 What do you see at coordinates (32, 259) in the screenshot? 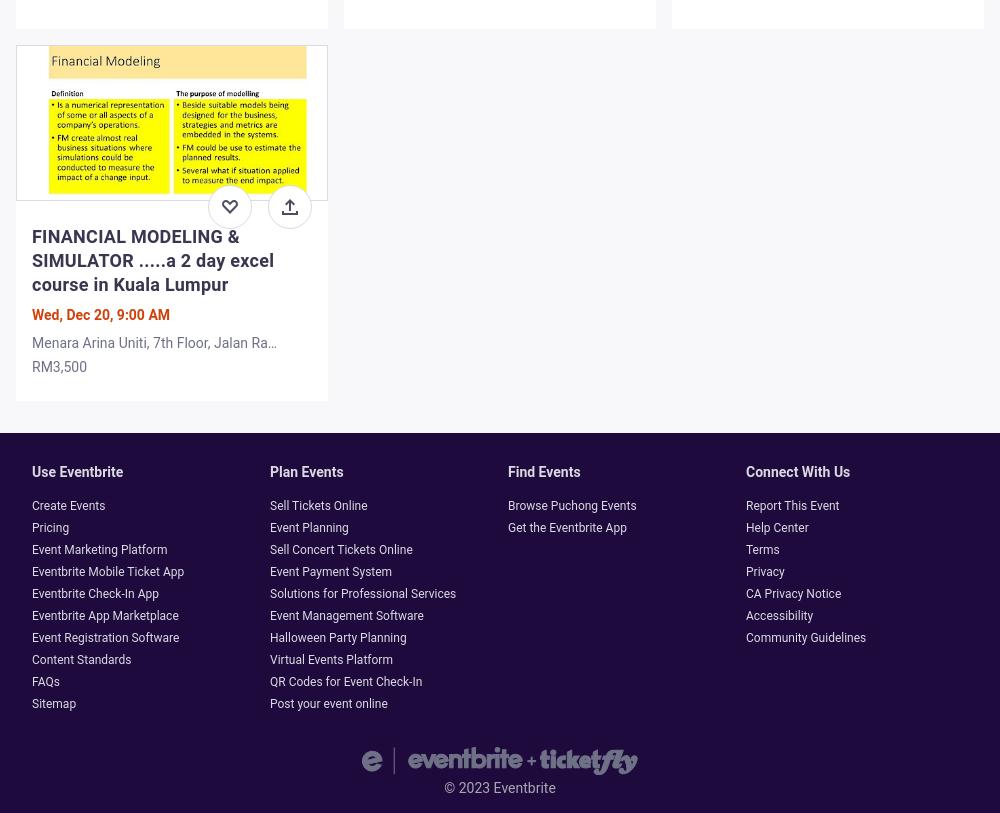
I see `'FINANCIAL MODELING & SIMULATOR .....a 2 day excel course in Kuala Lumpur'` at bounding box center [32, 259].